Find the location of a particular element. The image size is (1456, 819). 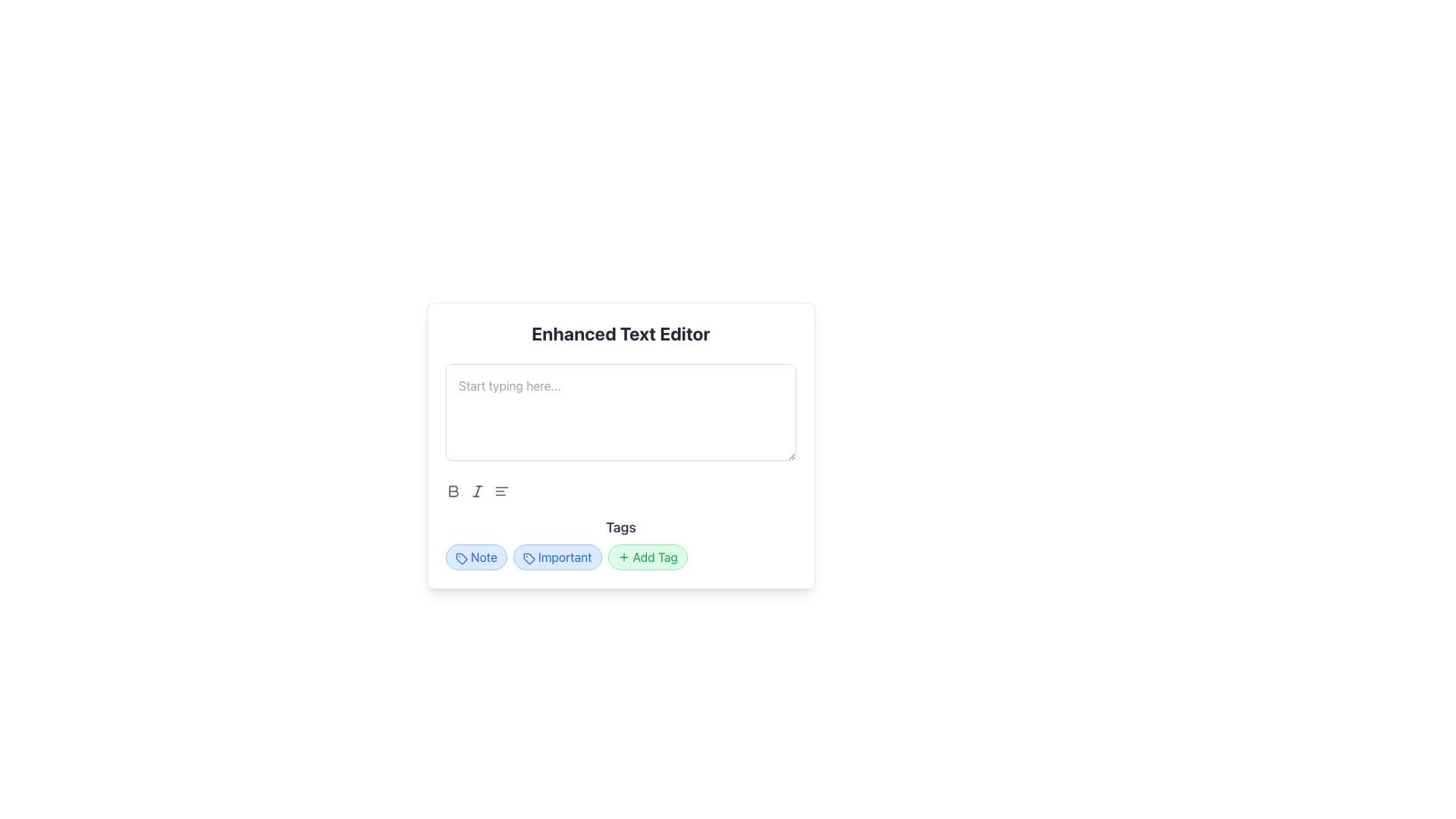

on the bold 'B' icon in the toolbar located leftmost among formatting options is located at coordinates (453, 491).